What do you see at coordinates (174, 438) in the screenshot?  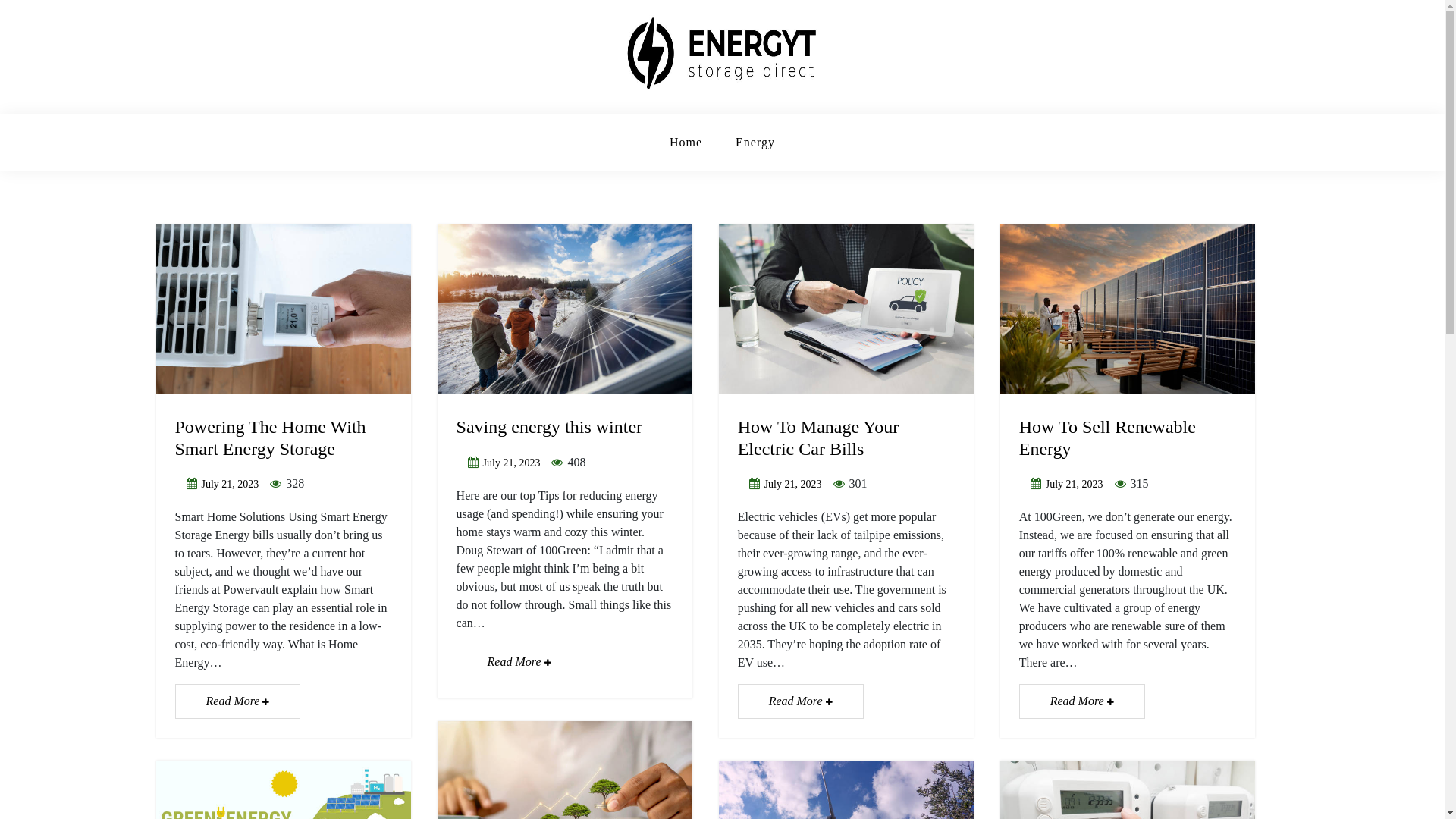 I see `'Powering The Home With Smart Energy Storage'` at bounding box center [174, 438].